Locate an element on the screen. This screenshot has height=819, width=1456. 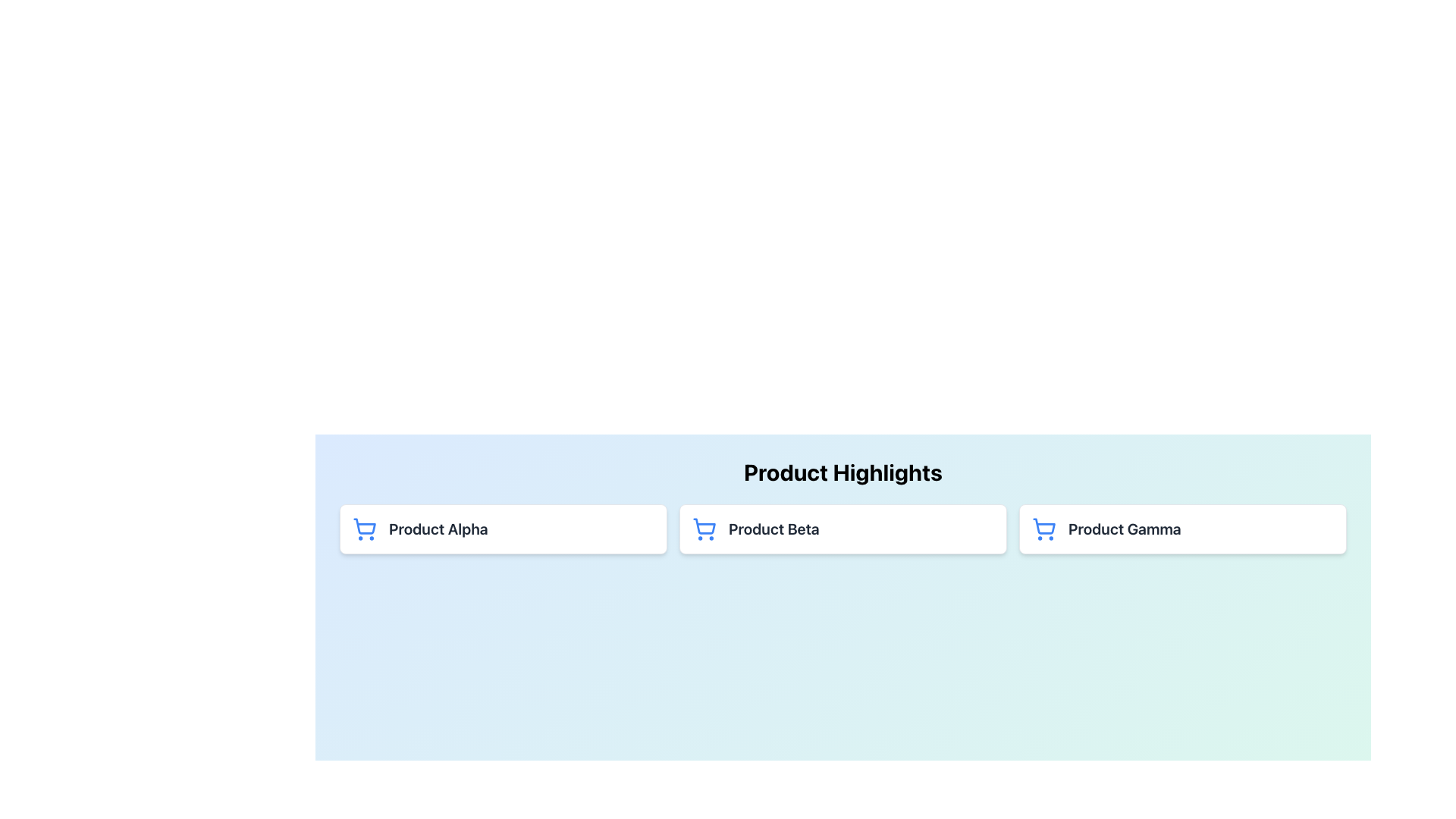
the shopping cart icon located in the third card of the 'Product Highlights', which is positioned to the left of the label text 'Product Gamma' is located at coordinates (1043, 529).